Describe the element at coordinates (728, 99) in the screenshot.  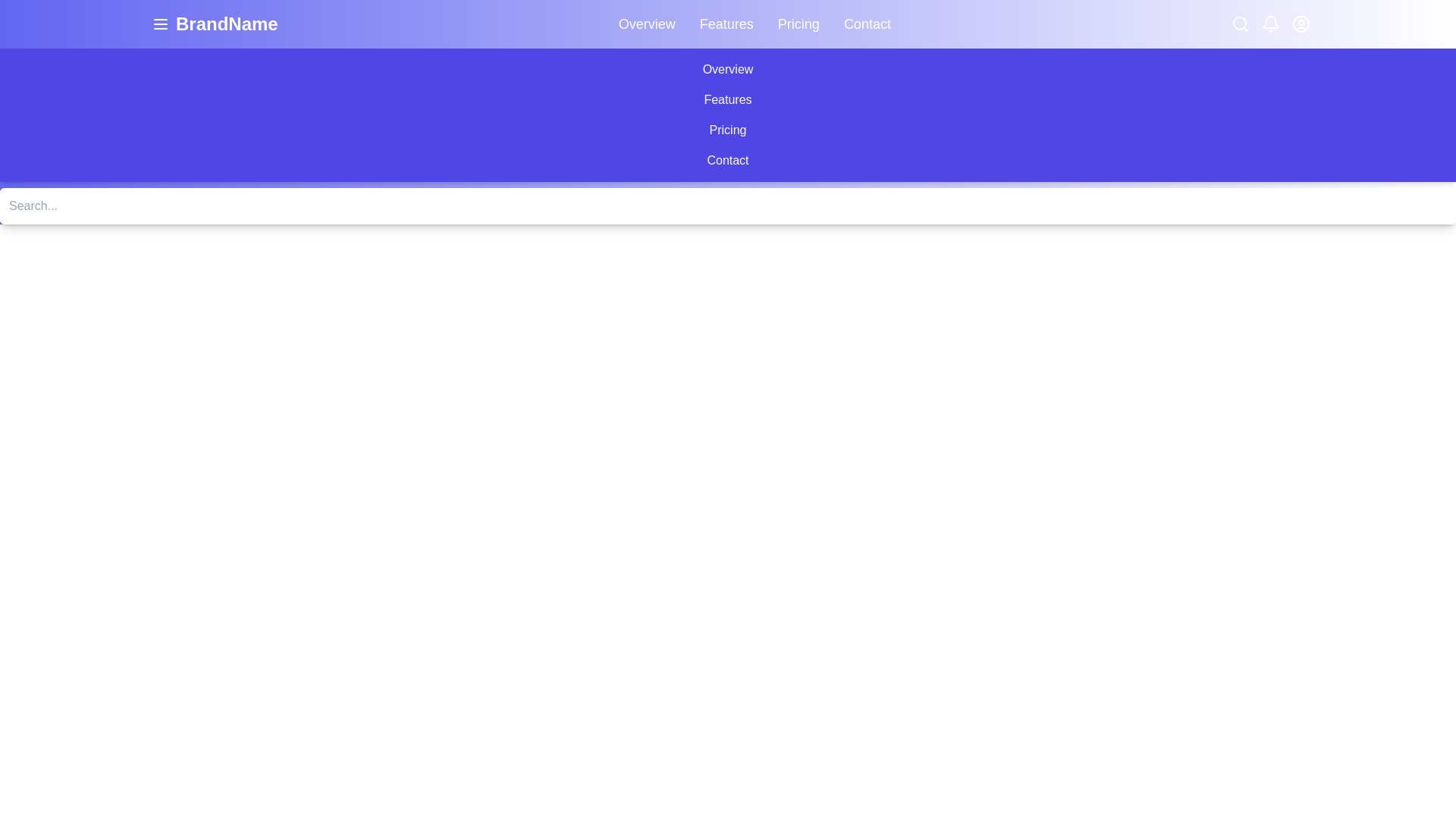
I see `the 'Features' button, which is a text label styled with a rounded rectangle shape` at that location.